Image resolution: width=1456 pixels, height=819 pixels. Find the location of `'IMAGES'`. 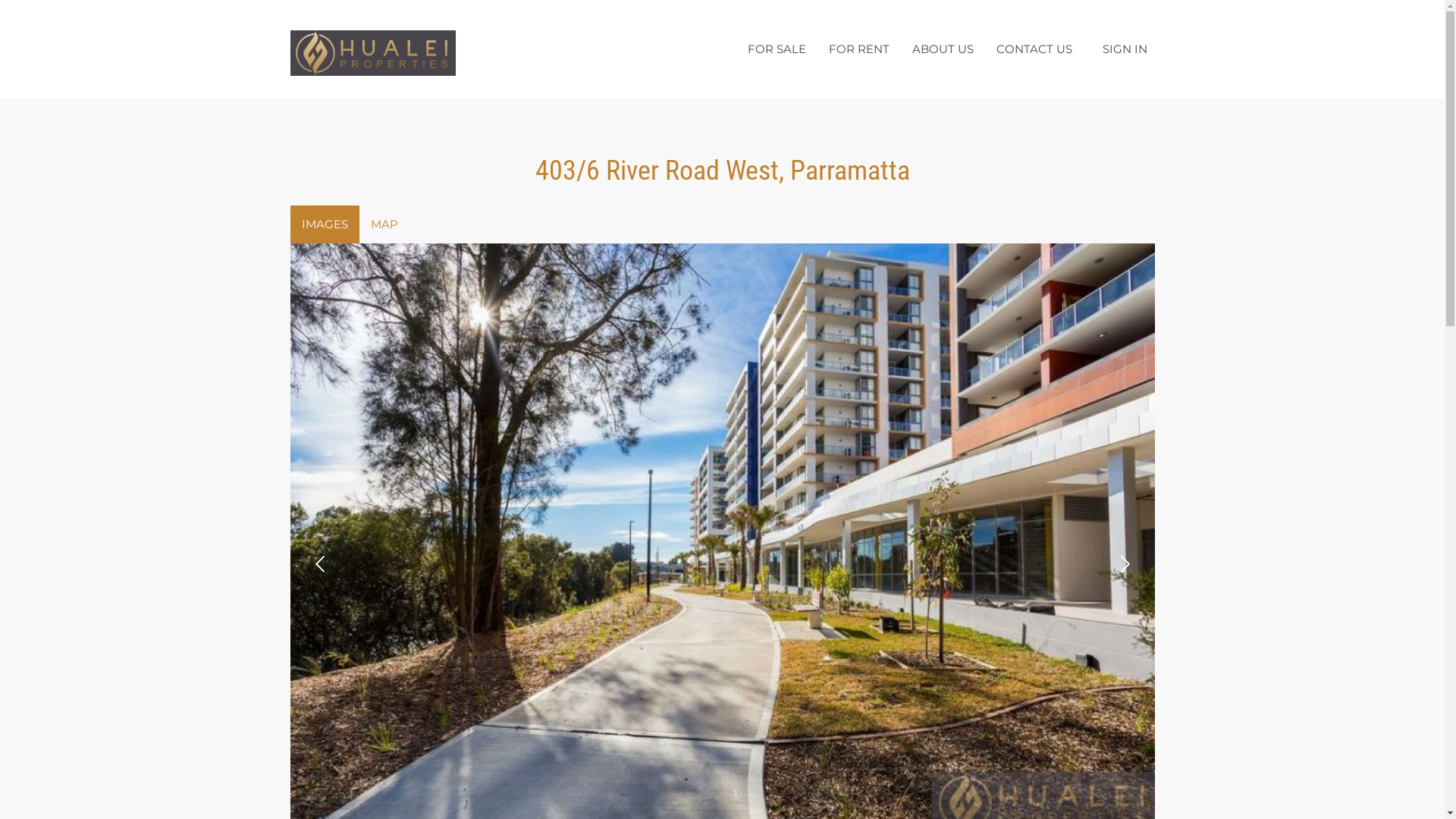

'IMAGES' is located at coordinates (323, 224).